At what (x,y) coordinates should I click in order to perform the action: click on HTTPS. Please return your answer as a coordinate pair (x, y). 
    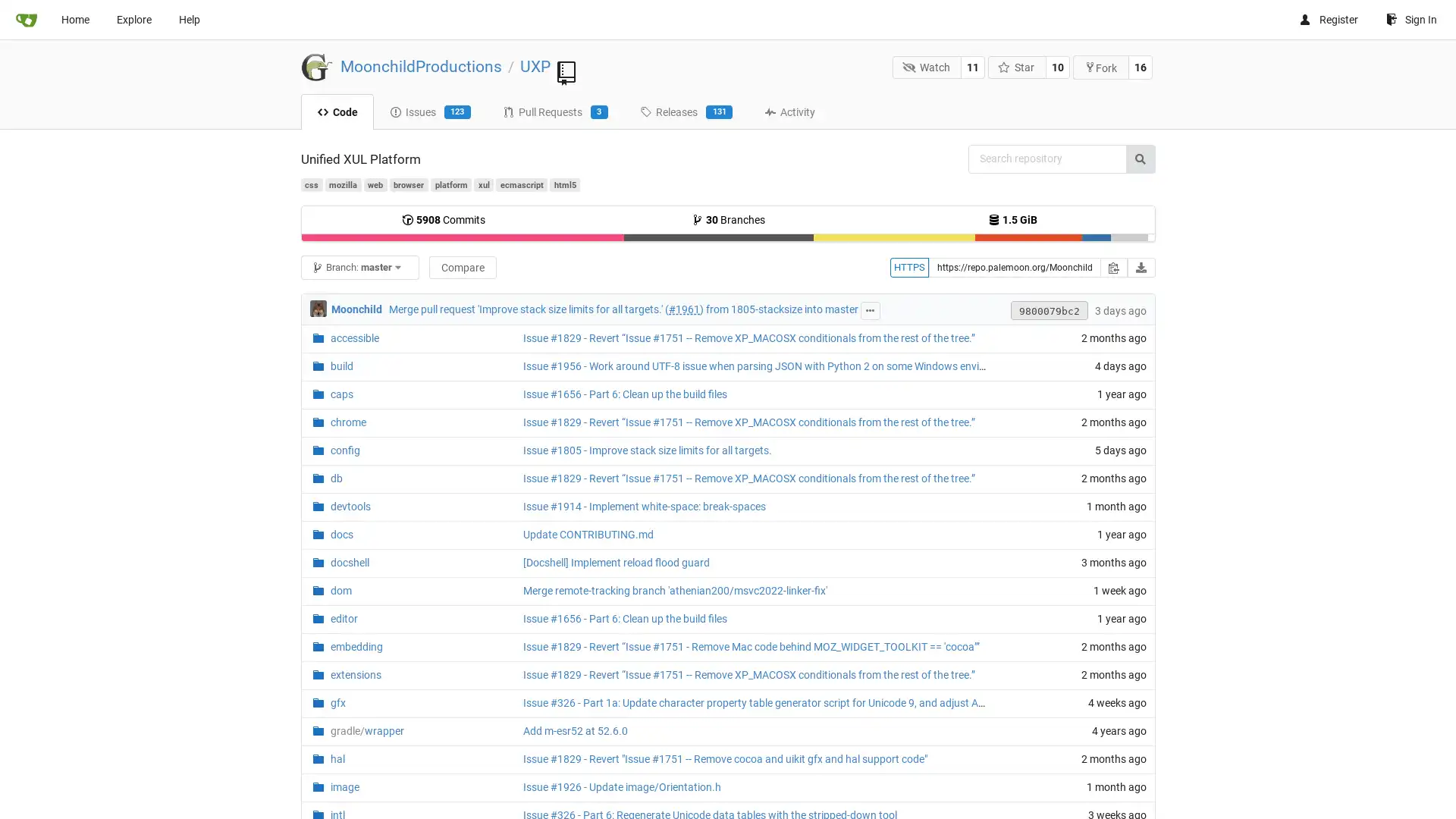
    Looking at the image, I should click on (908, 266).